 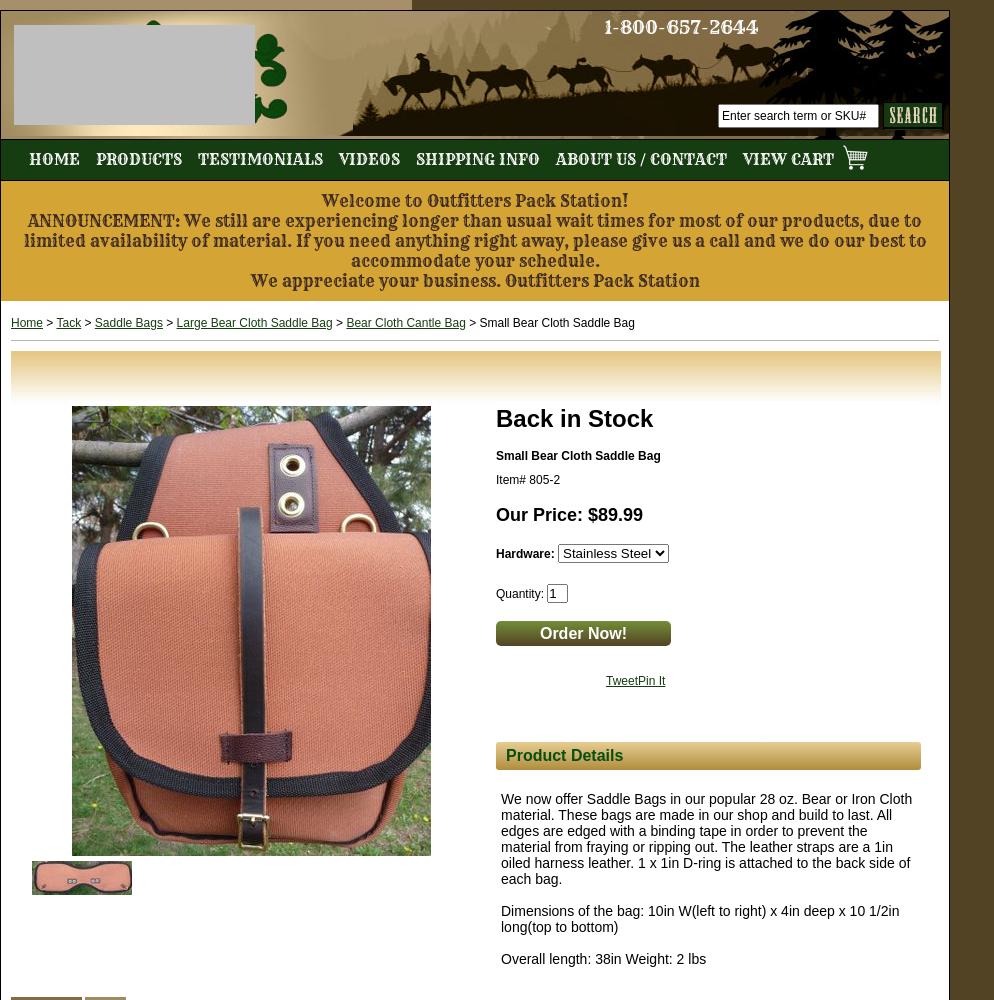 I want to click on 'We appreciate your business. Outfitters Pack Station', so click(x=473, y=281).